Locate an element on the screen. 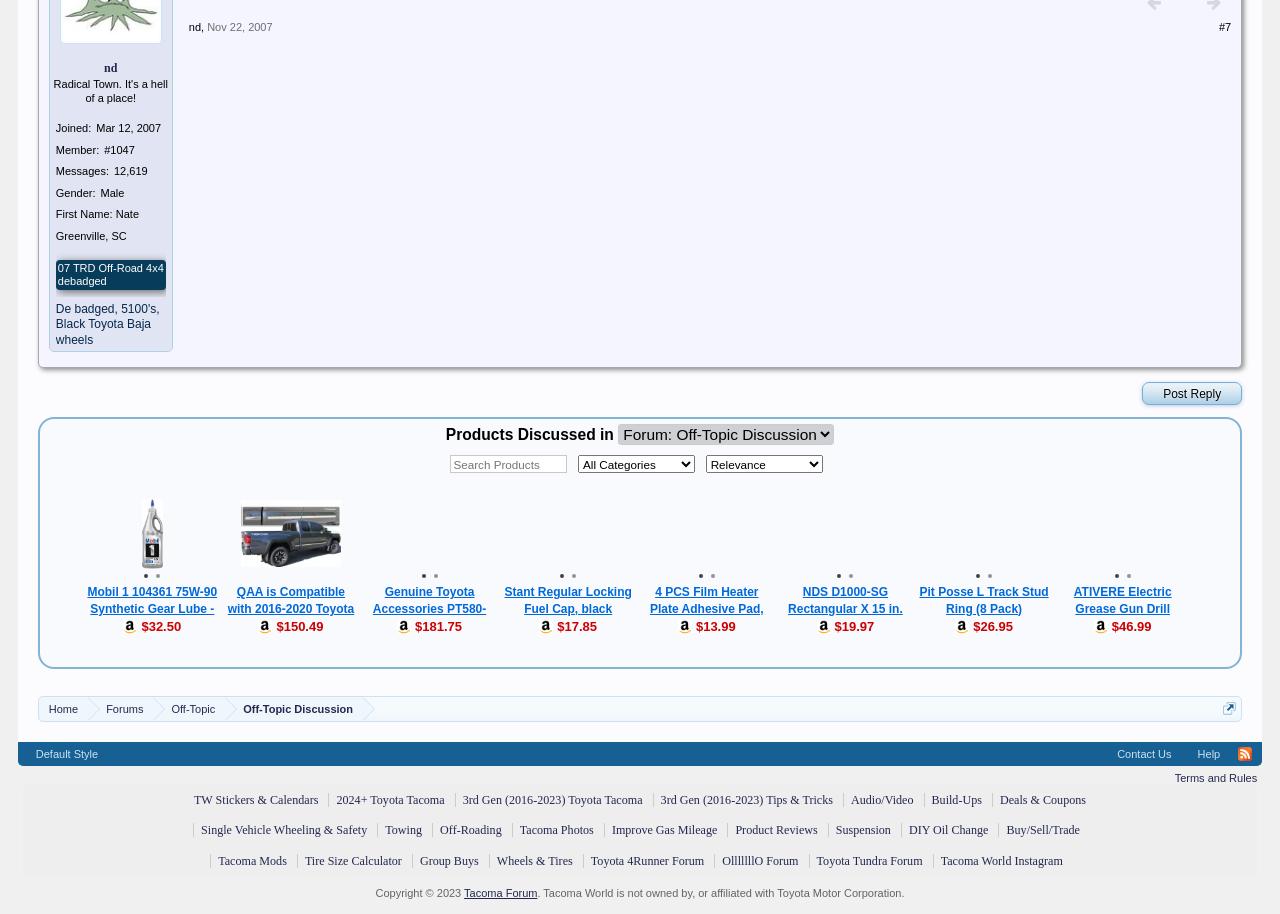 The height and width of the screenshot is (914, 1280). '3rd Gen (2016-2023) Tips & Tricks' is located at coordinates (744, 799).